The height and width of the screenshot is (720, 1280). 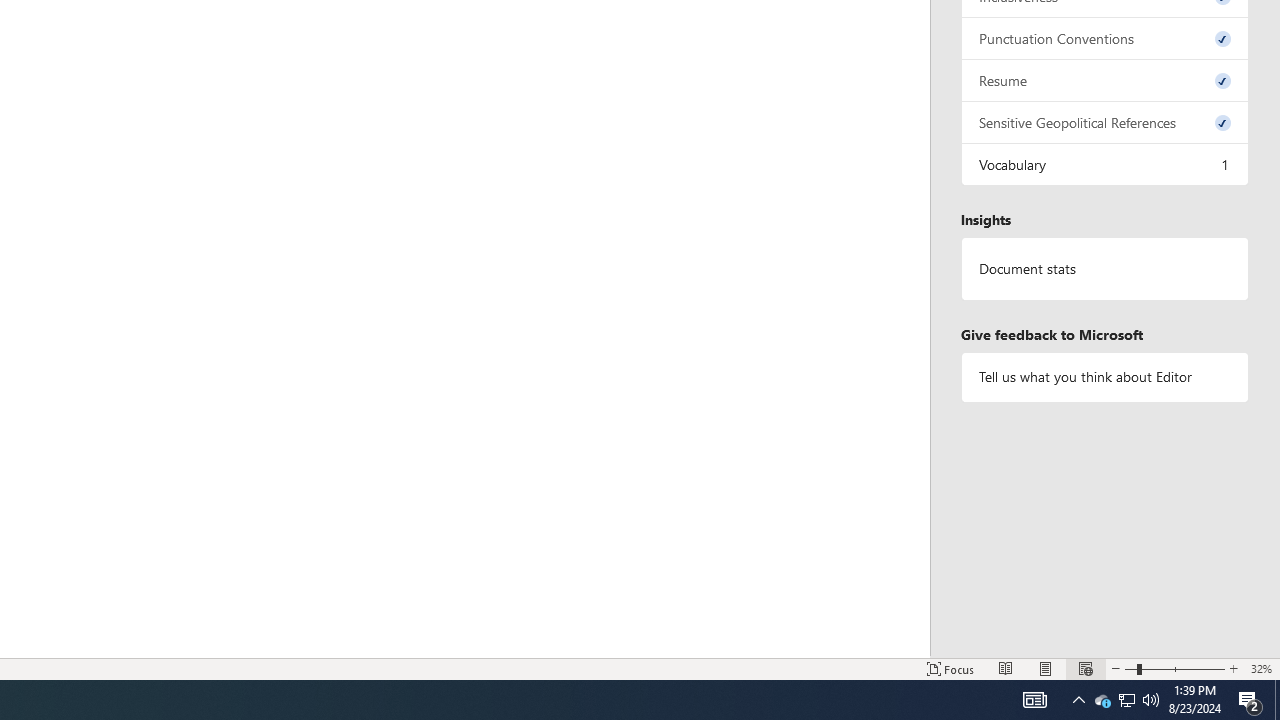 I want to click on 'Resume, 0 issues. Press space or enter to review items.', so click(x=1104, y=79).